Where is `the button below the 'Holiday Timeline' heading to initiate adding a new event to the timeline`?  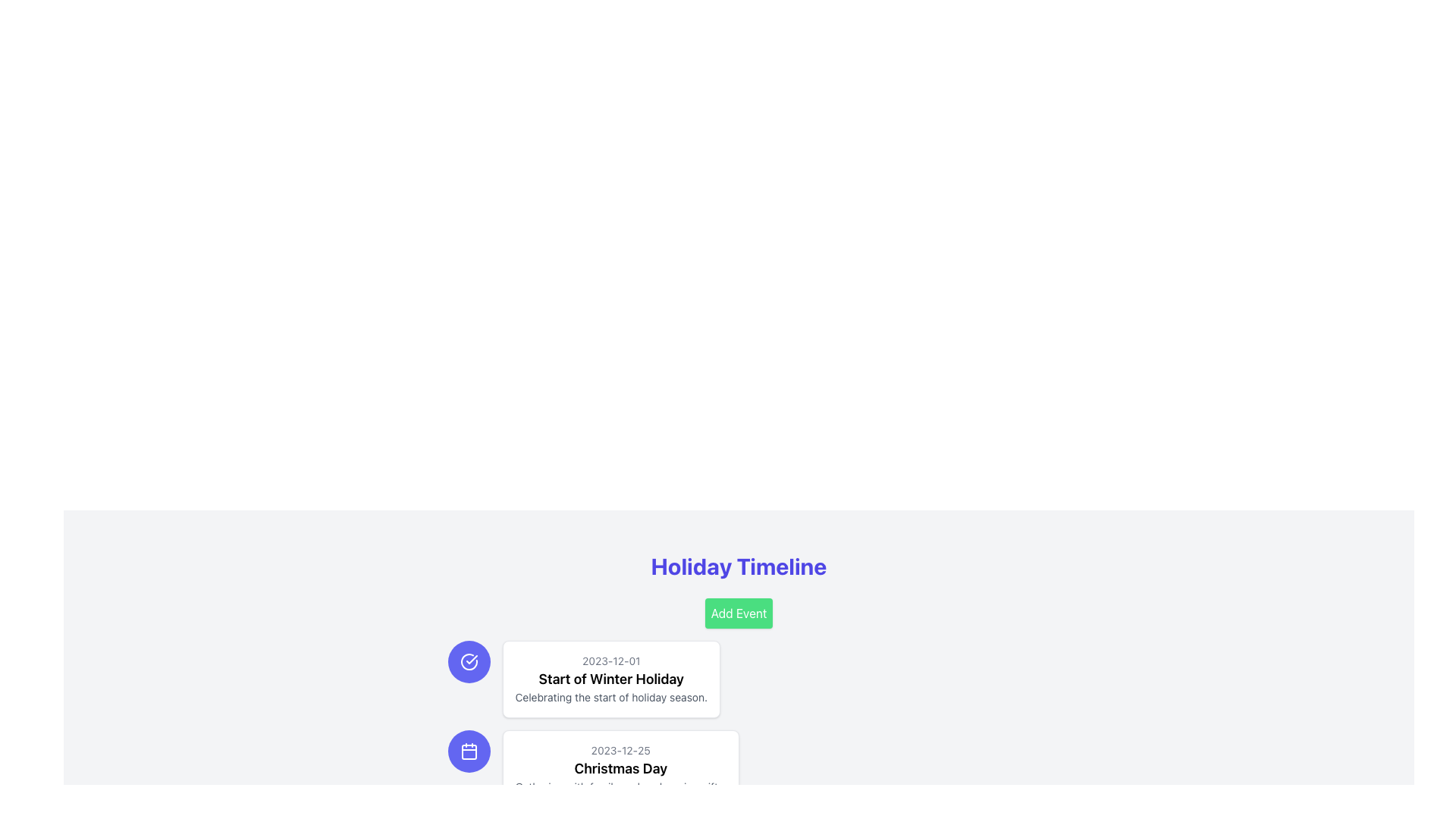 the button below the 'Holiday Timeline' heading to initiate adding a new event to the timeline is located at coordinates (739, 613).